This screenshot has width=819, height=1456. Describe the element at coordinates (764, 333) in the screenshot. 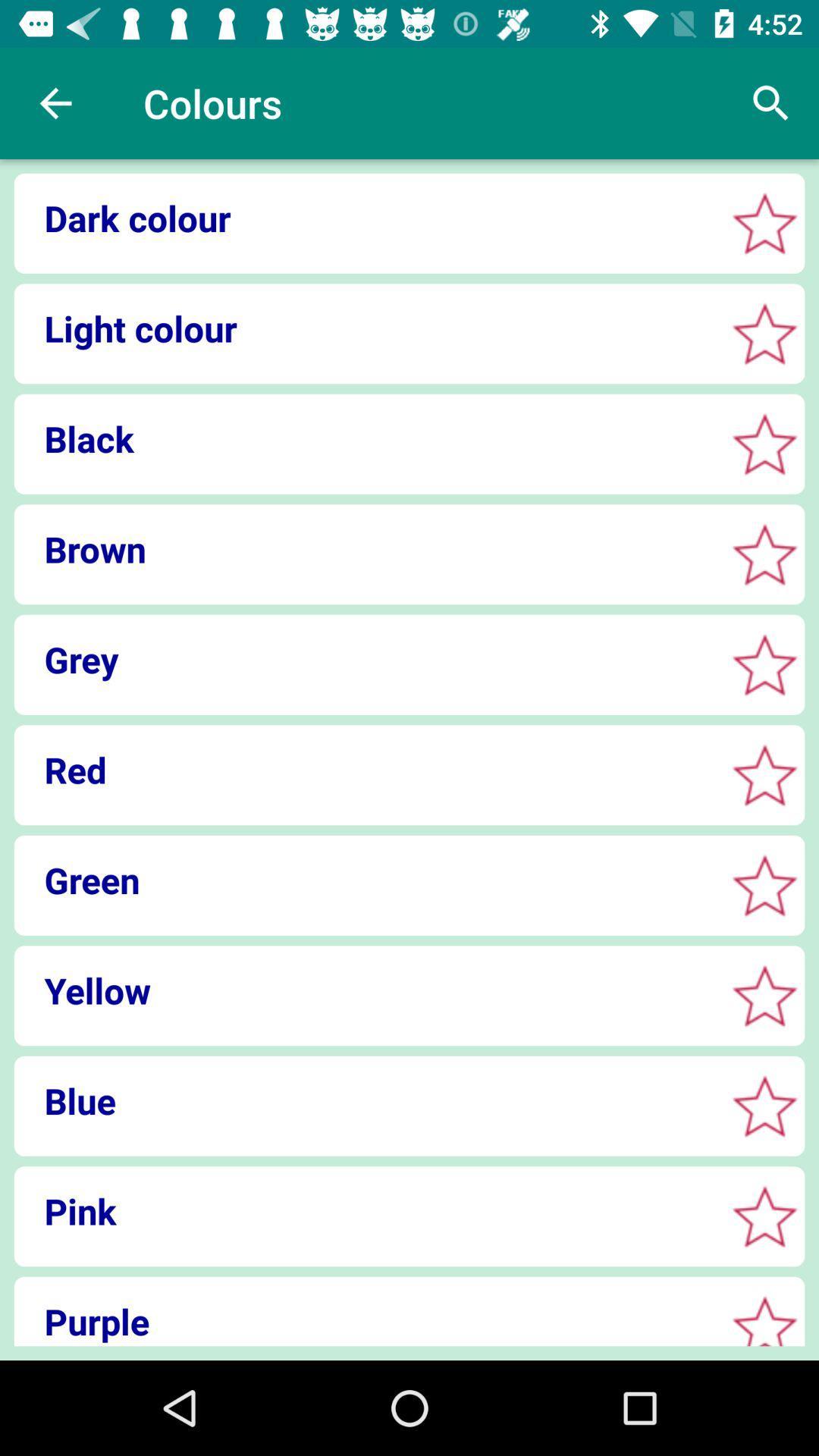

I see `like light colour` at that location.